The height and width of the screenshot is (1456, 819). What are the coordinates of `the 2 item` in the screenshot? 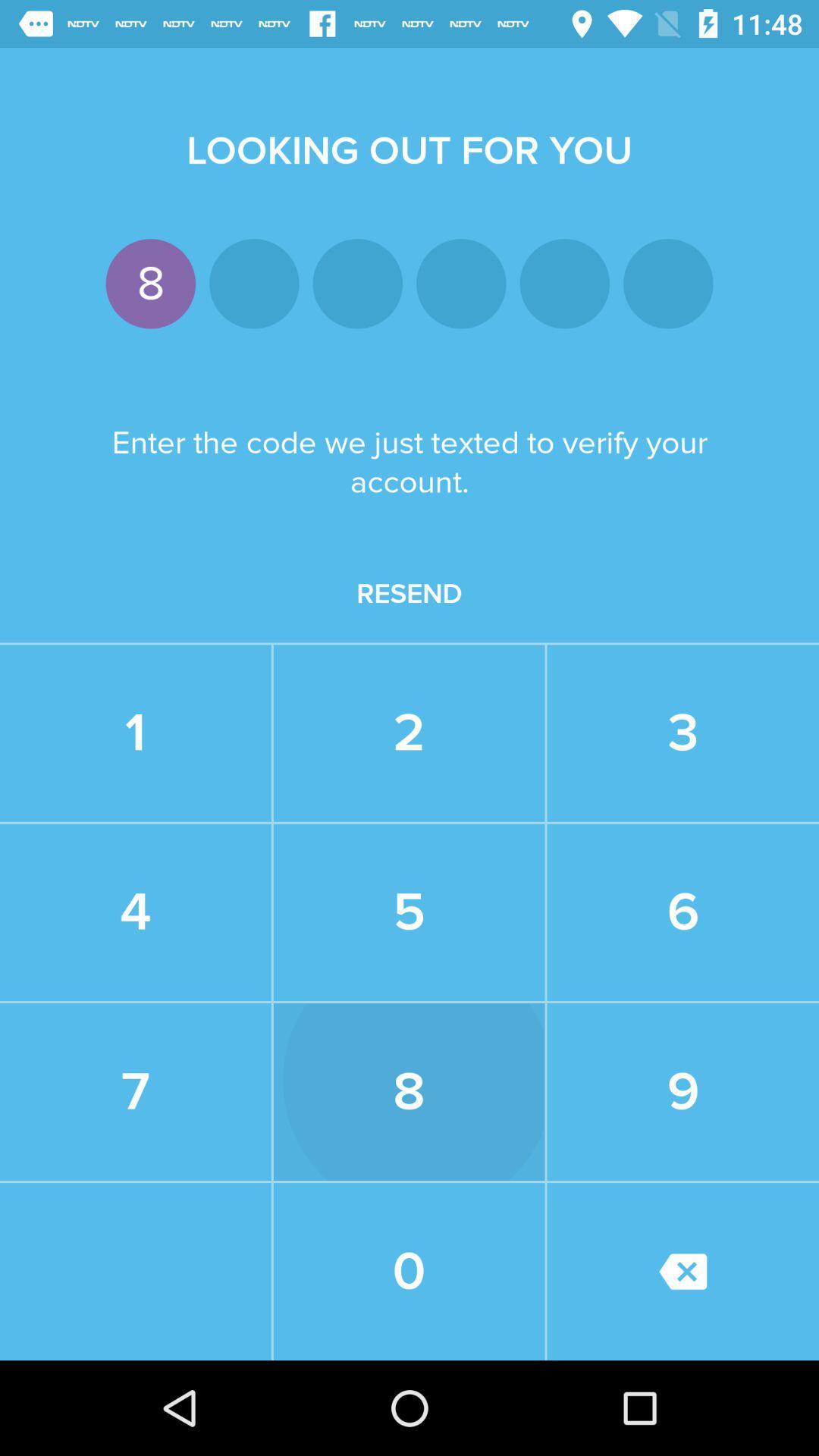 It's located at (408, 733).